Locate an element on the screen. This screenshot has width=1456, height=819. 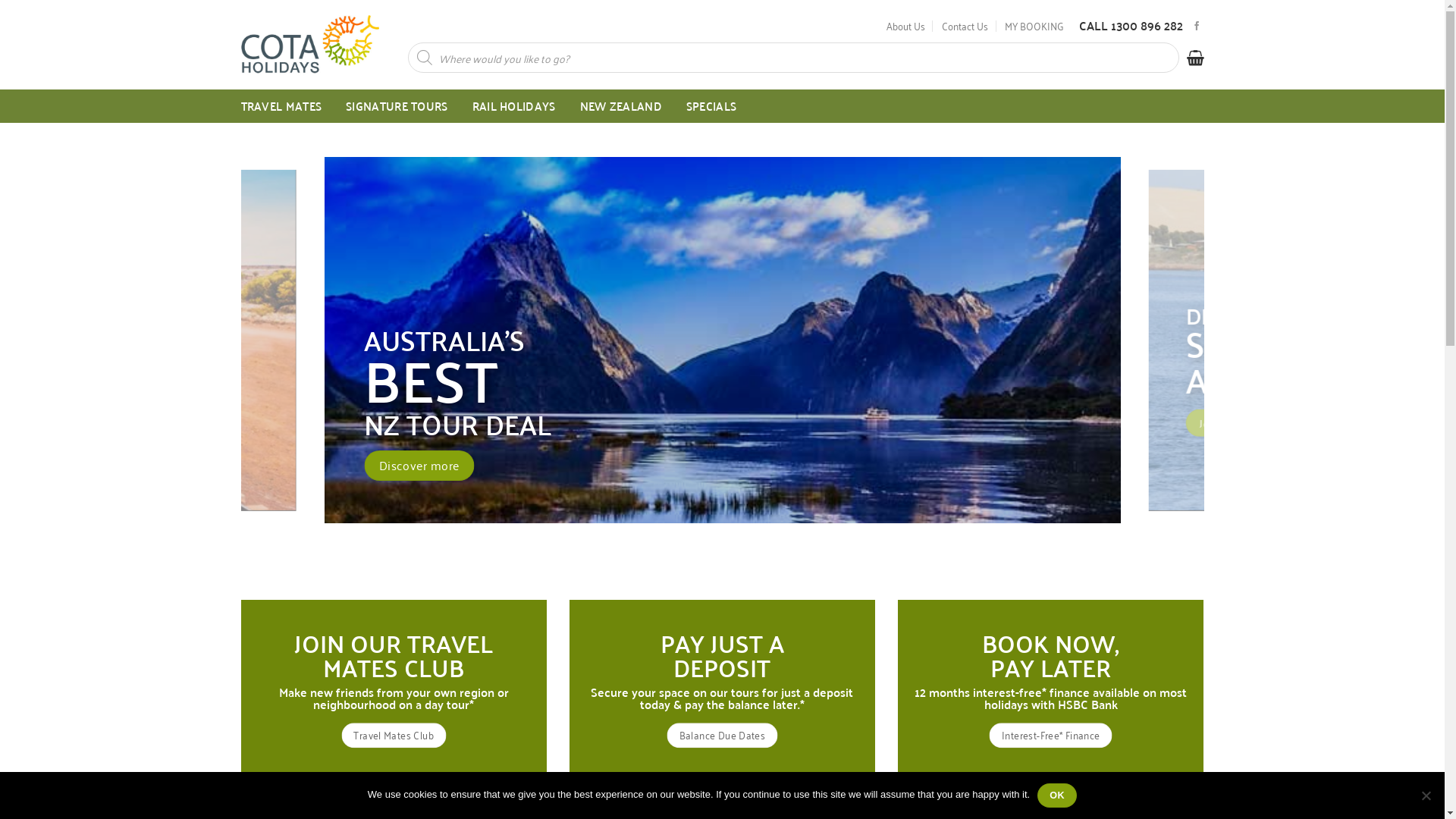
'No' is located at coordinates (1425, 795).